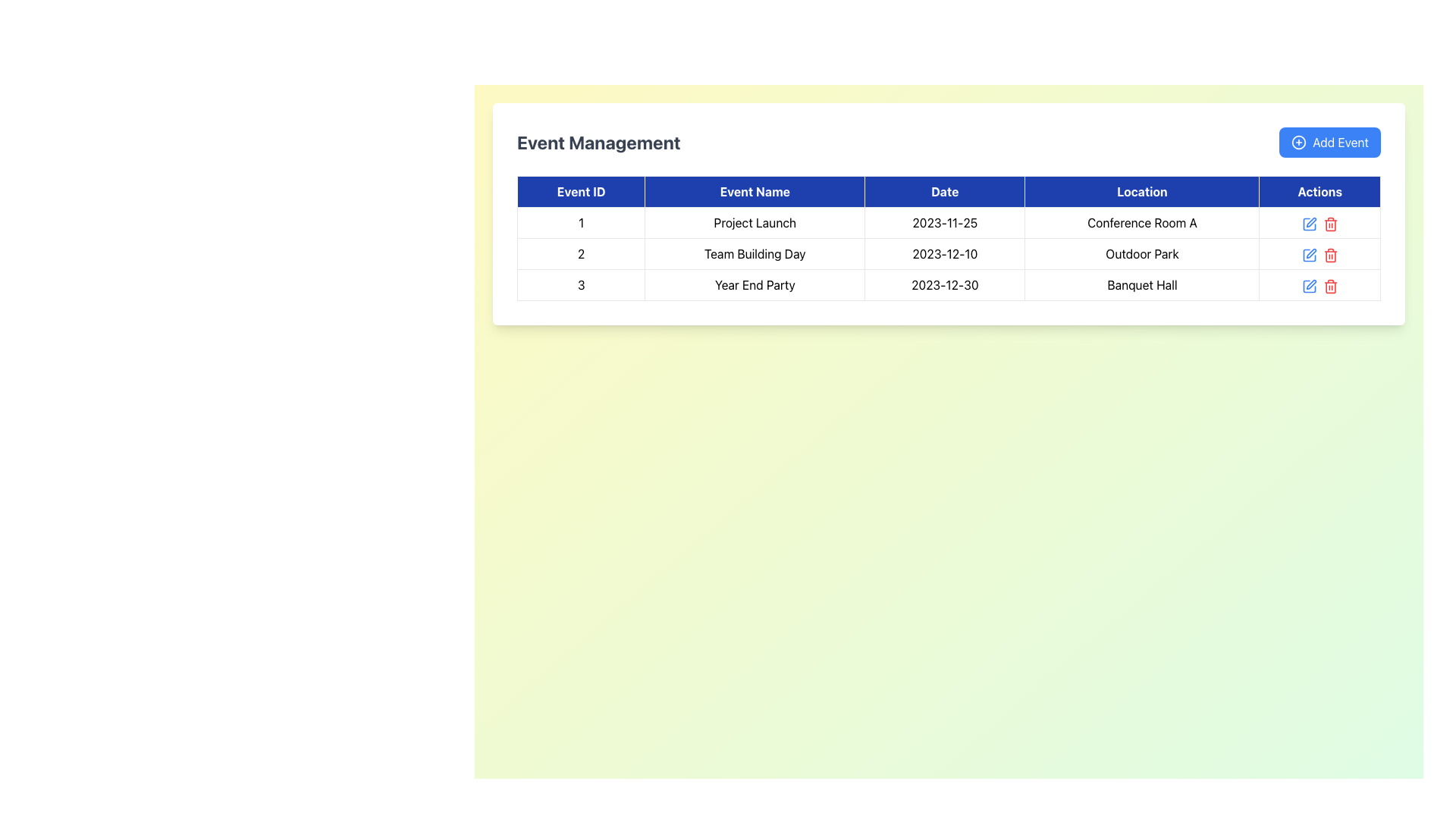 The image size is (1456, 819). What do you see at coordinates (944, 191) in the screenshot?
I see `the Table Header labeled 'Date', which is the third column in the header row of the Event Management table, characterized by white bold text on a blue background` at bounding box center [944, 191].